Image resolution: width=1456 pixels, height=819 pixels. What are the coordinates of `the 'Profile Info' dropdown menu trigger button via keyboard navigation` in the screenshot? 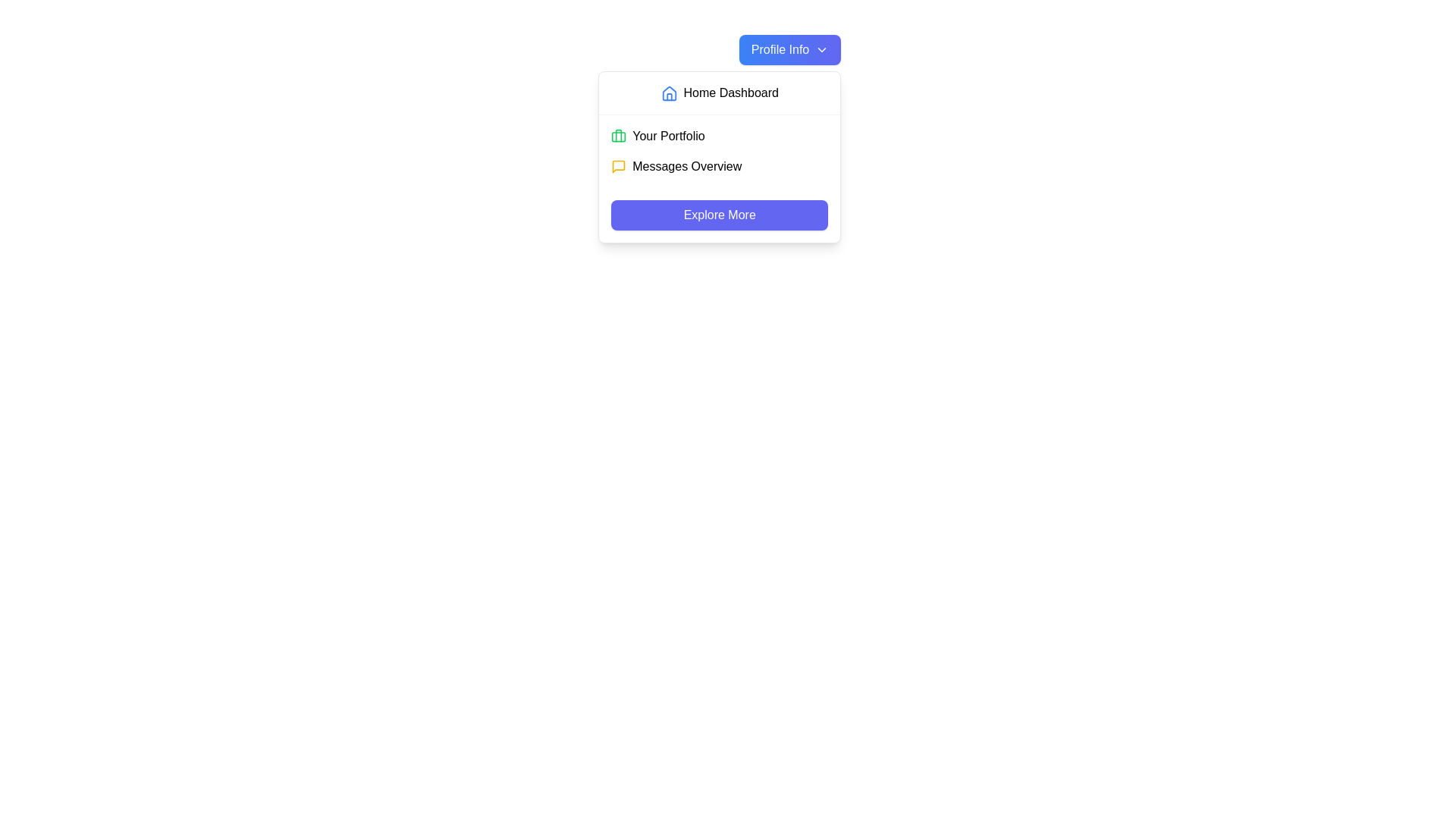 It's located at (789, 49).